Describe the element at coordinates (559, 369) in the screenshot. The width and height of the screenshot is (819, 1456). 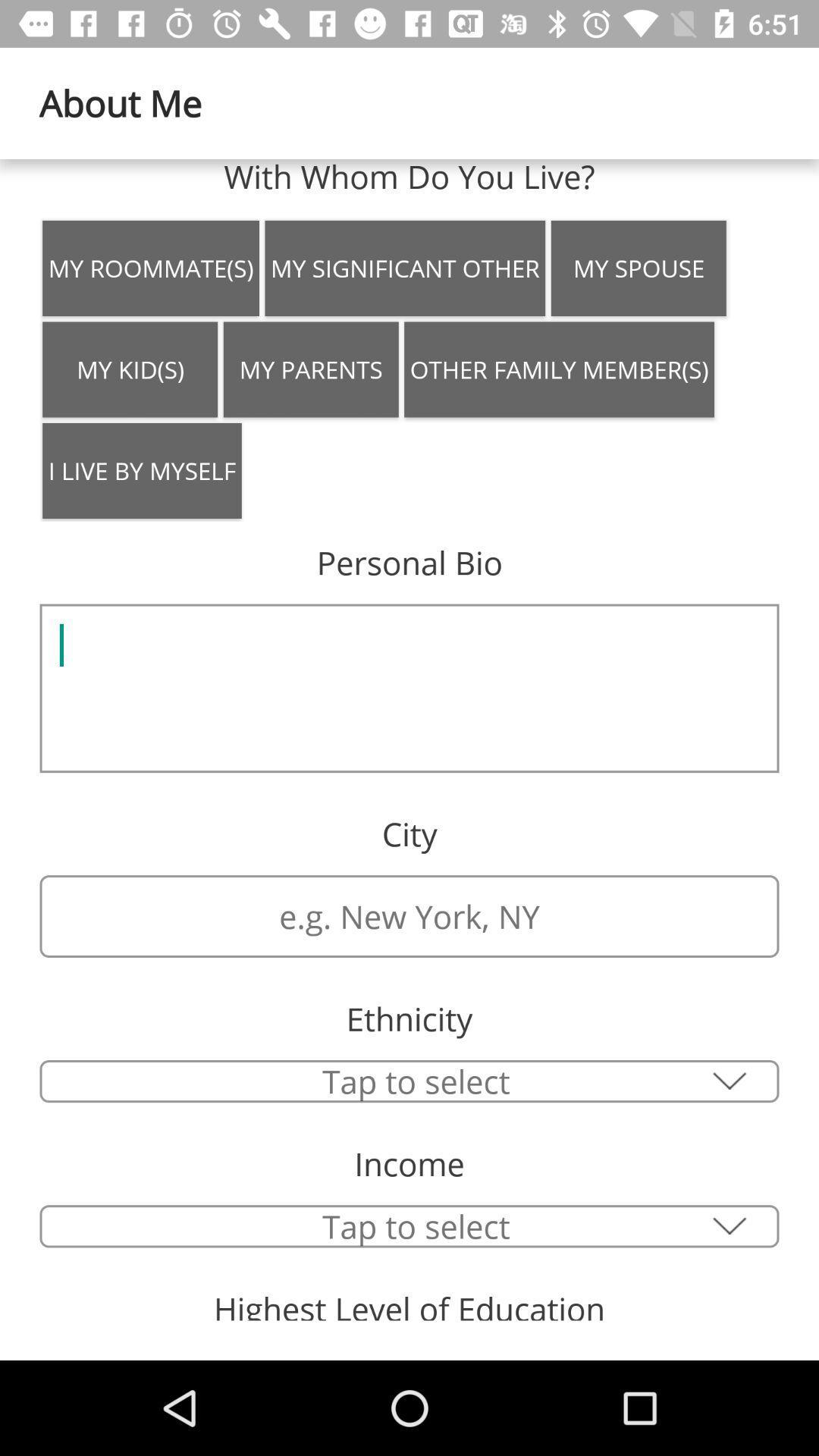
I see `the item to the right of my parents icon` at that location.